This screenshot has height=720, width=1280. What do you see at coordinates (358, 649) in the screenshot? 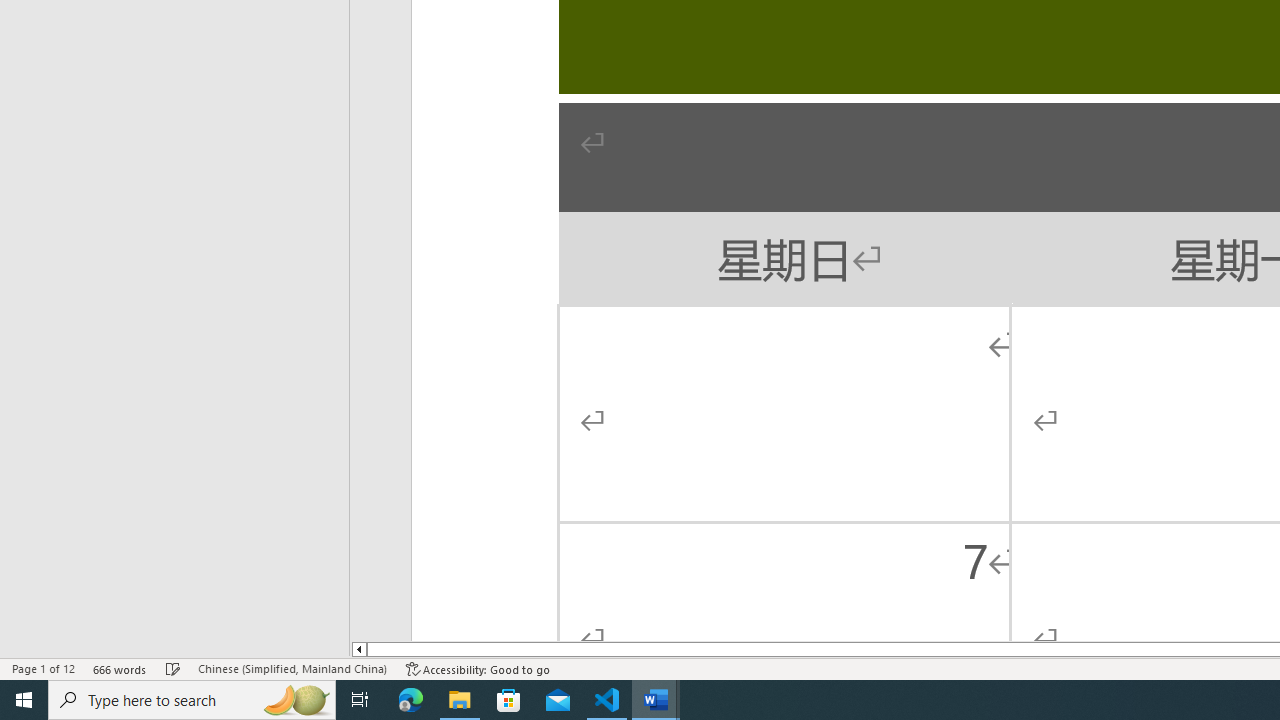
I see `'Column left'` at bounding box center [358, 649].